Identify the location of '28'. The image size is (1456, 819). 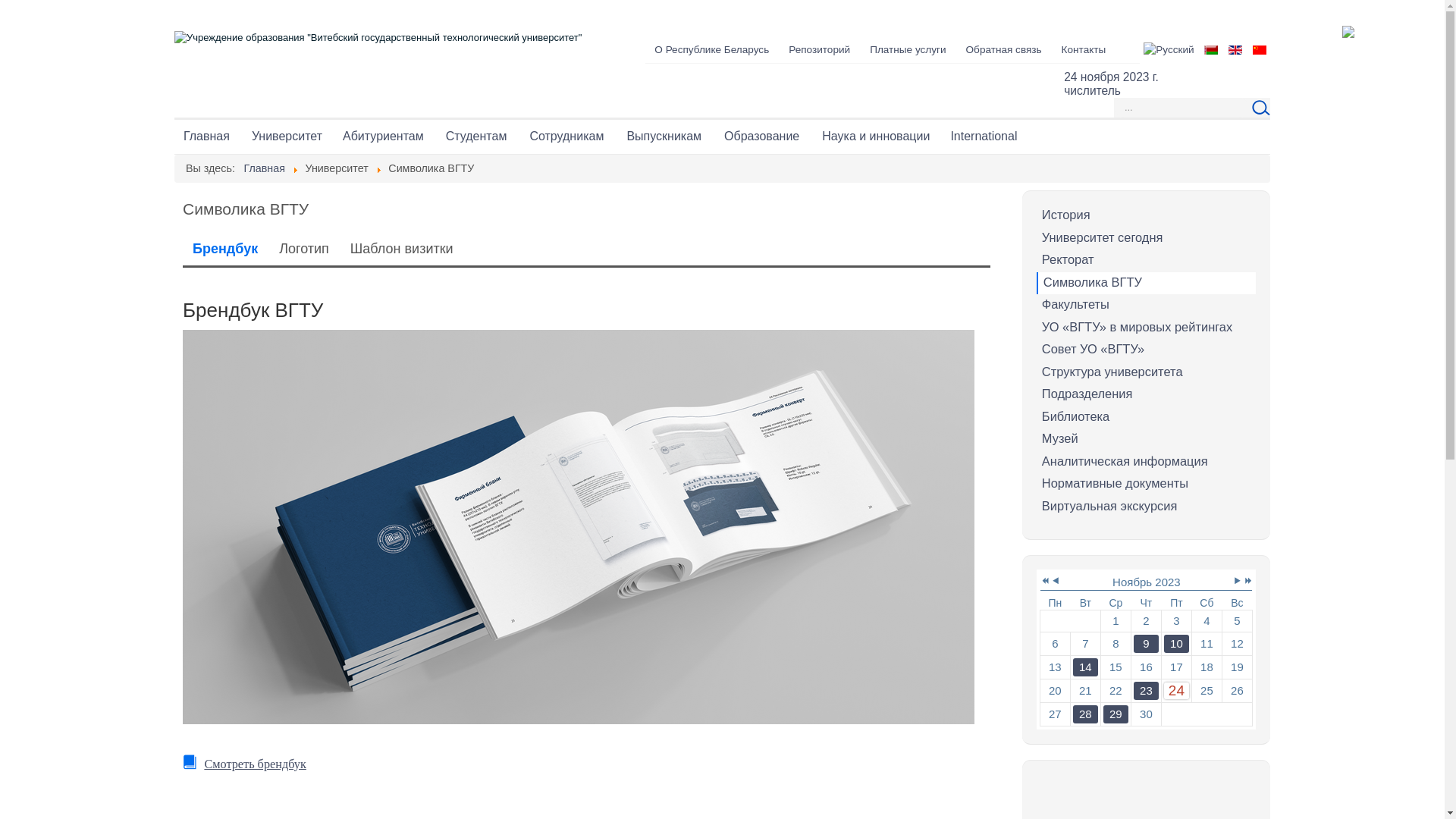
(1084, 714).